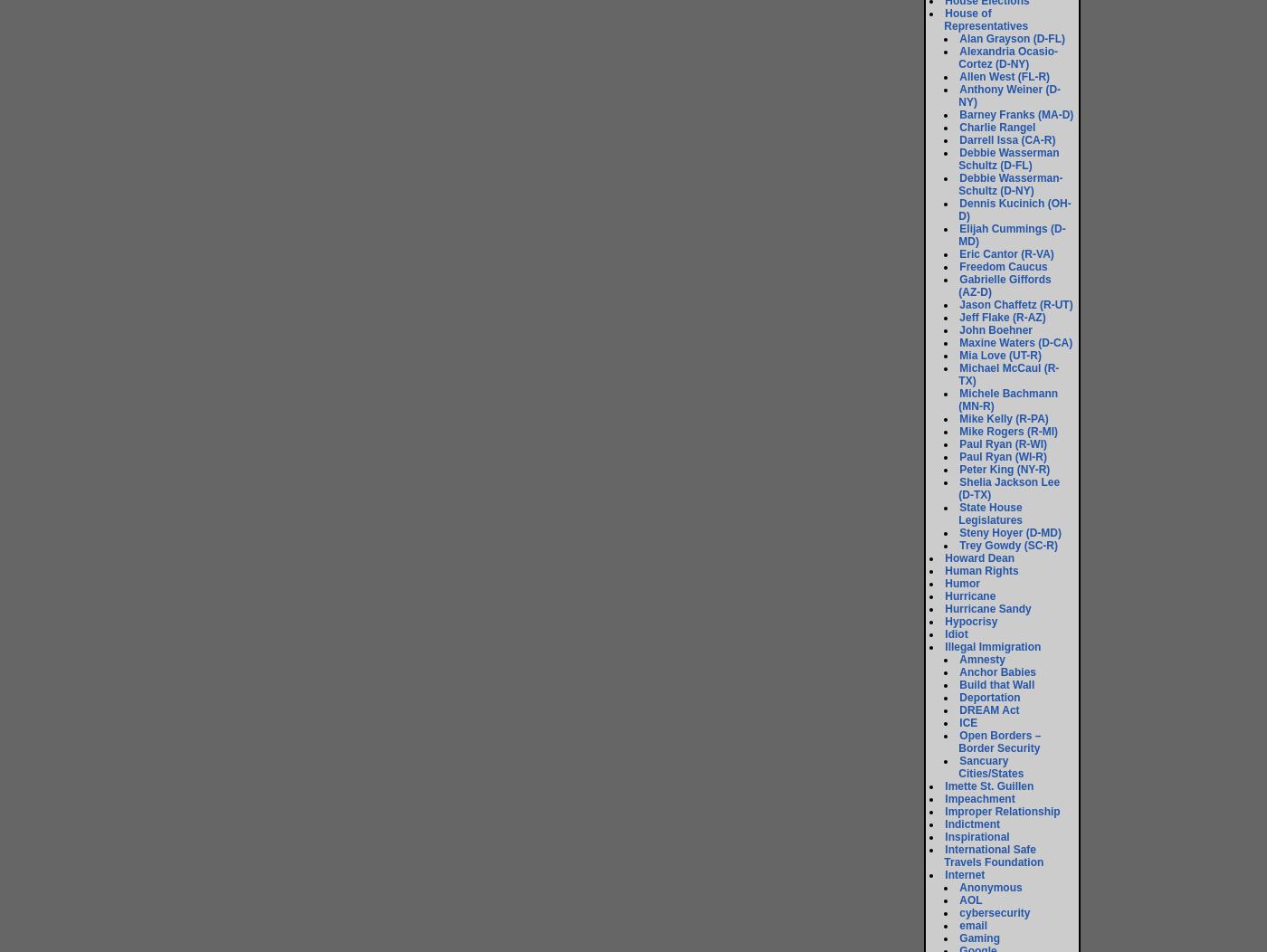 Image resolution: width=1267 pixels, height=952 pixels. What do you see at coordinates (1007, 400) in the screenshot?
I see `'Michele Bachmann (MN-R)'` at bounding box center [1007, 400].